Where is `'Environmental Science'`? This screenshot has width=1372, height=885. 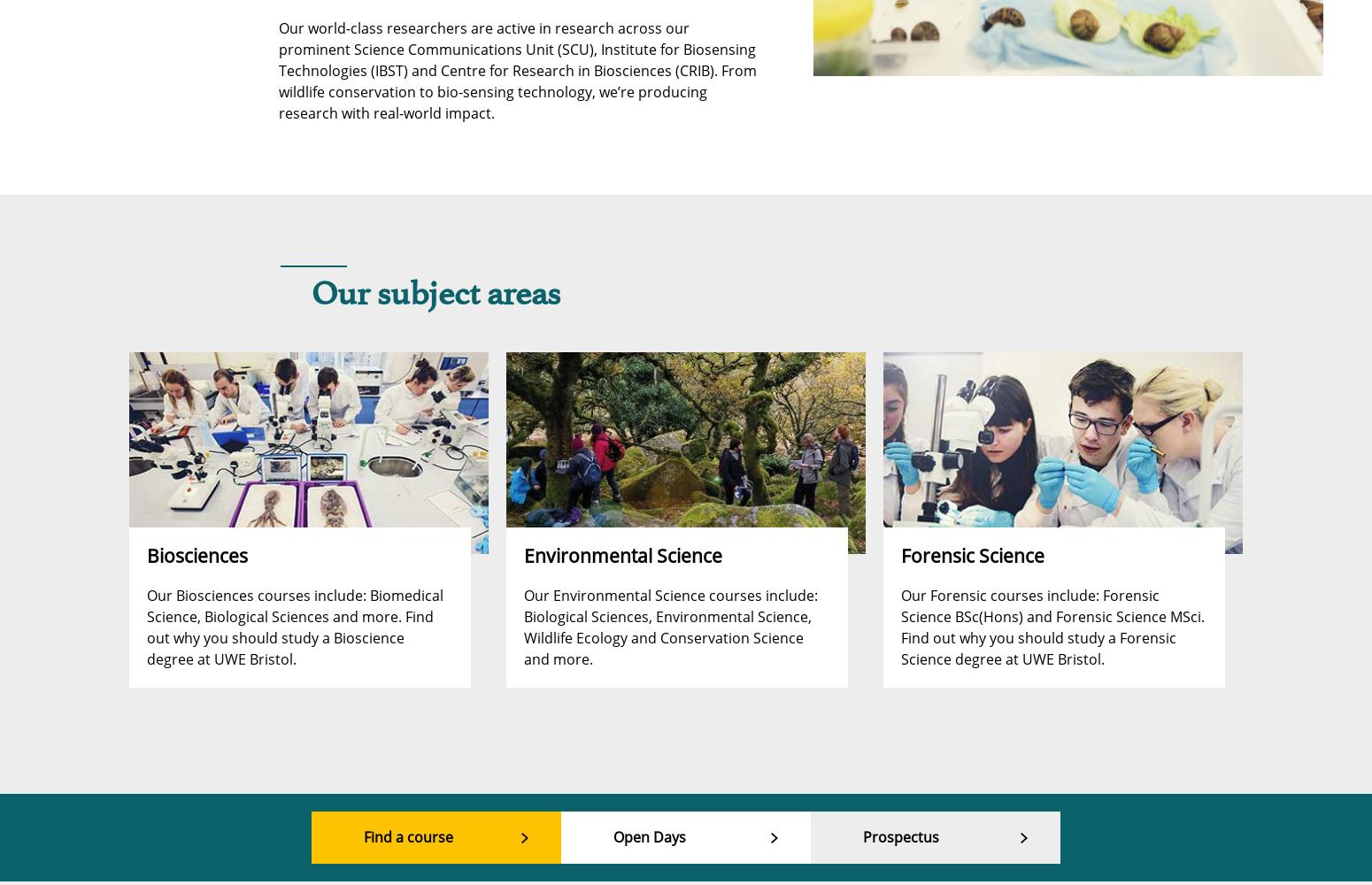 'Environmental Science' is located at coordinates (523, 555).